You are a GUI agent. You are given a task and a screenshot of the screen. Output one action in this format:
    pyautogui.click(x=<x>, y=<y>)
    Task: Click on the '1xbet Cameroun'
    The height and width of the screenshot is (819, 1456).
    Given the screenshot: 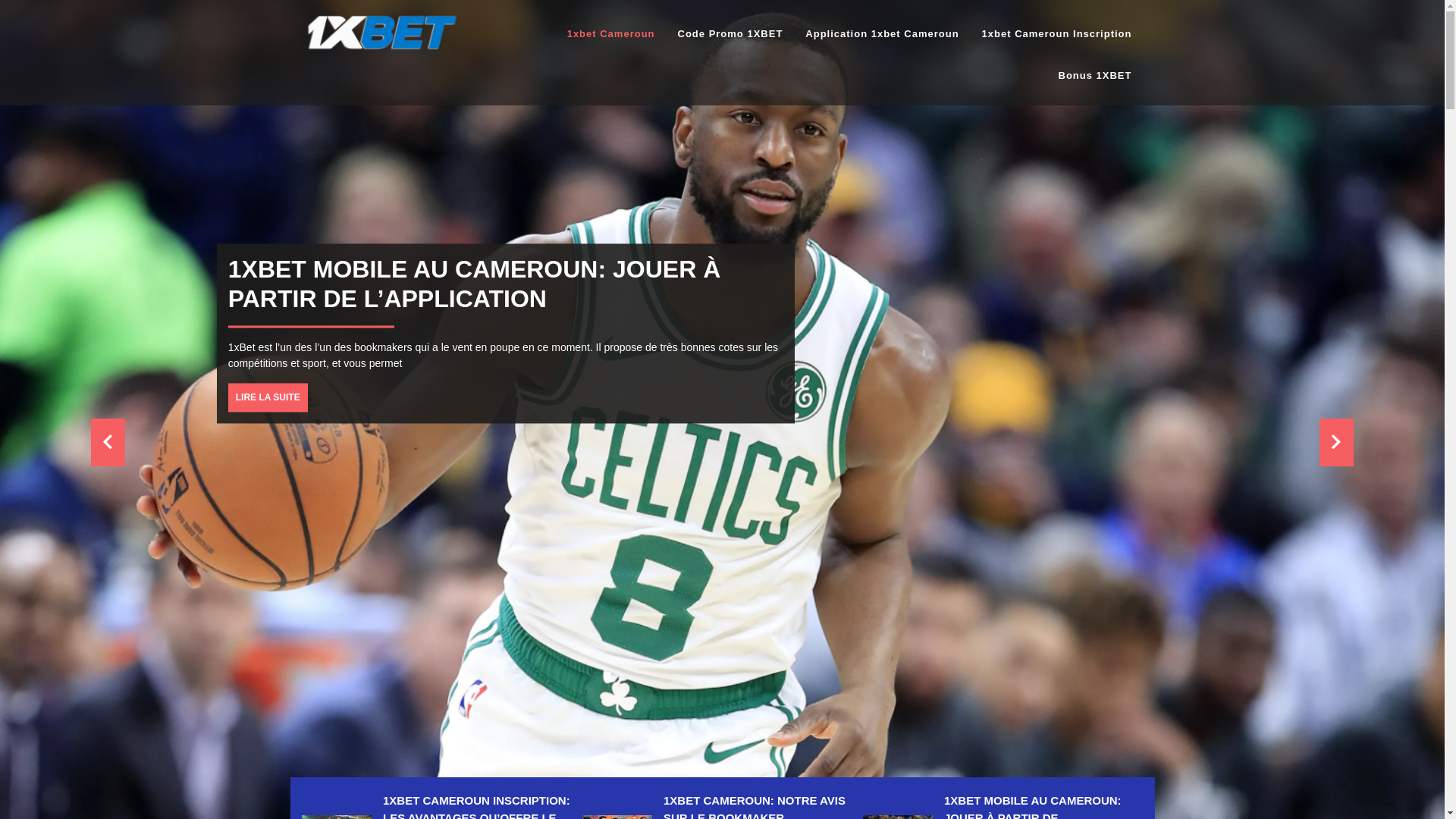 What is the action you would take?
    pyautogui.click(x=611, y=34)
    